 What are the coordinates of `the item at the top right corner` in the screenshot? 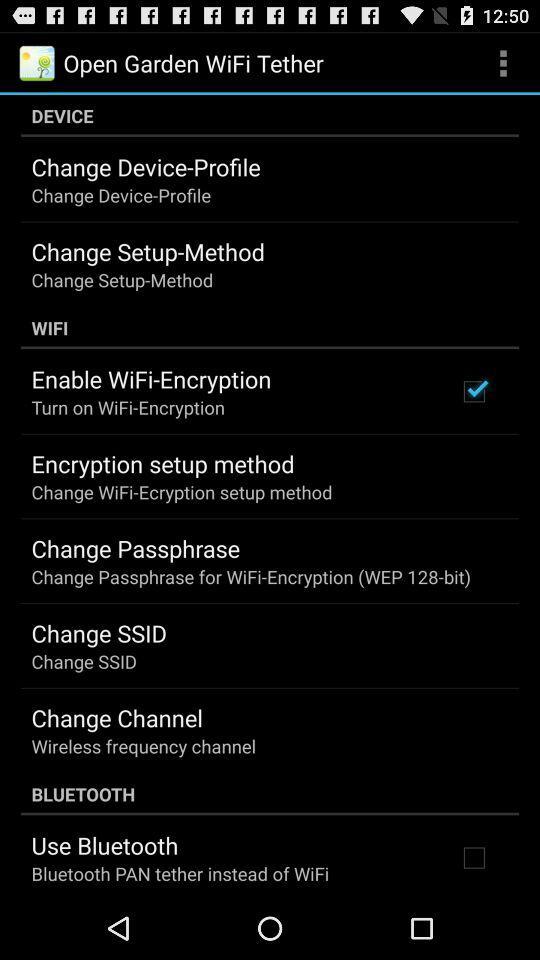 It's located at (502, 62).